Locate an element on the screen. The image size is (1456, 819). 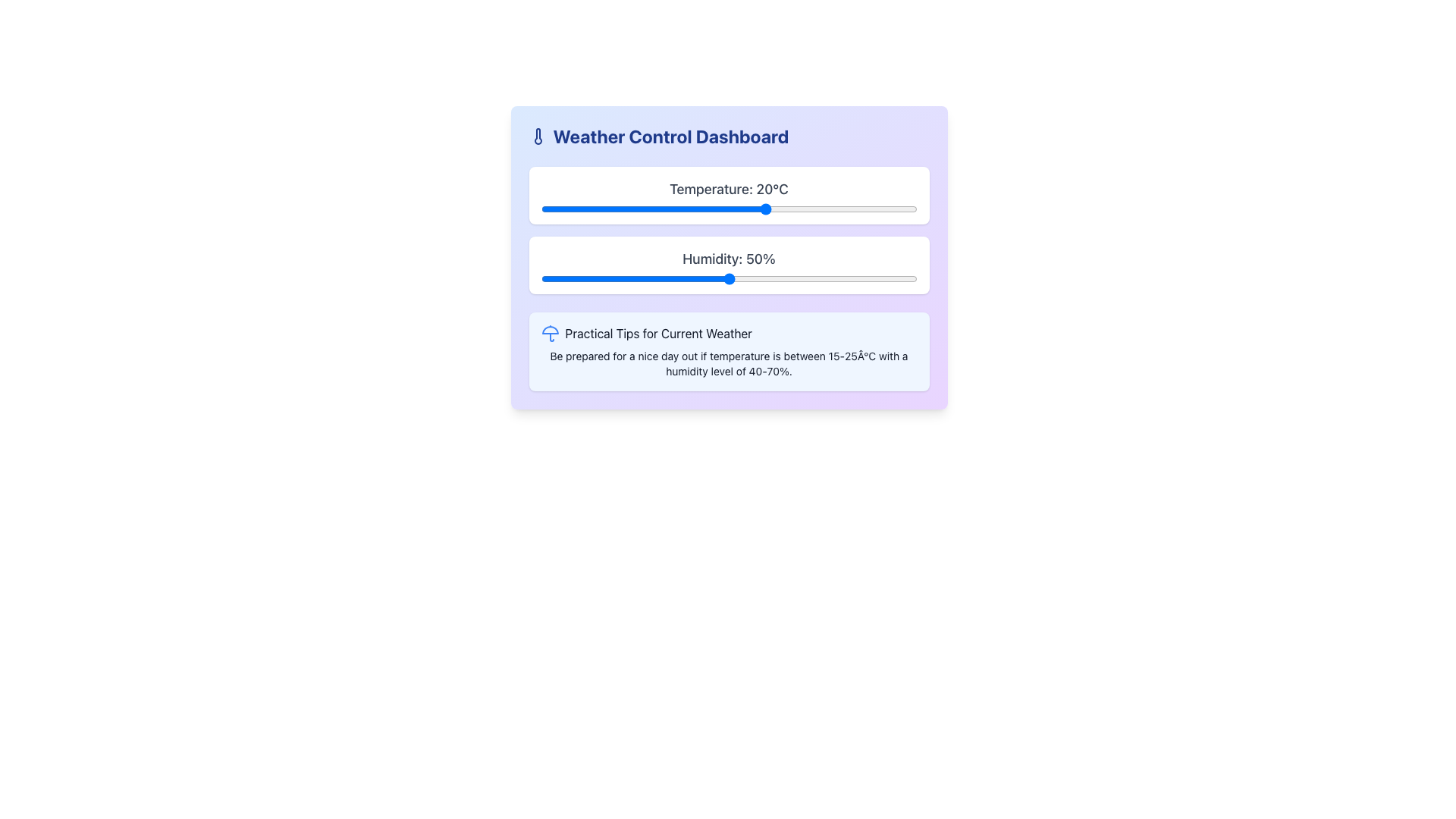
temperature is located at coordinates (789, 209).